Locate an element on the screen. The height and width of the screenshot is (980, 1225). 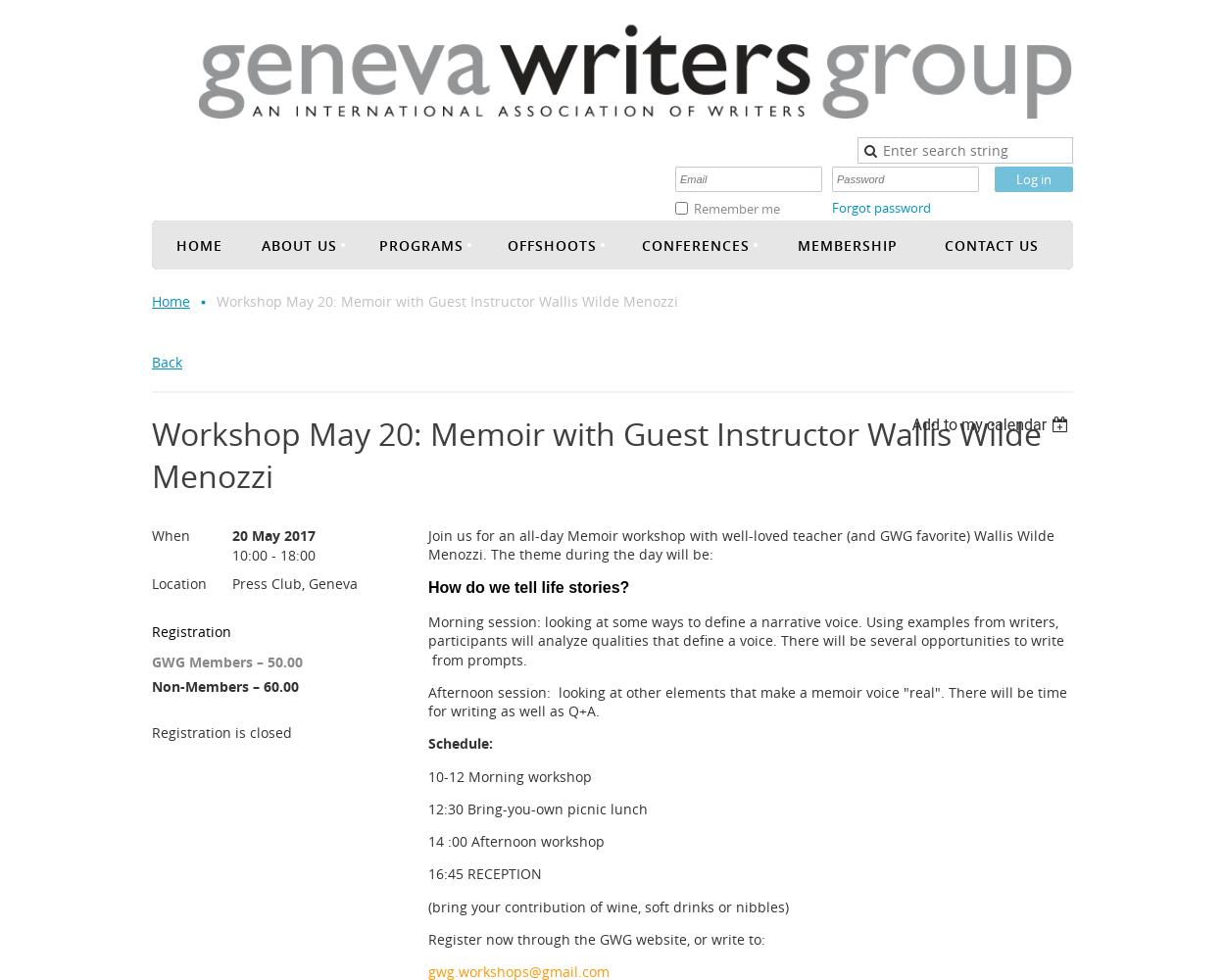
'Contact us' is located at coordinates (944, 243).